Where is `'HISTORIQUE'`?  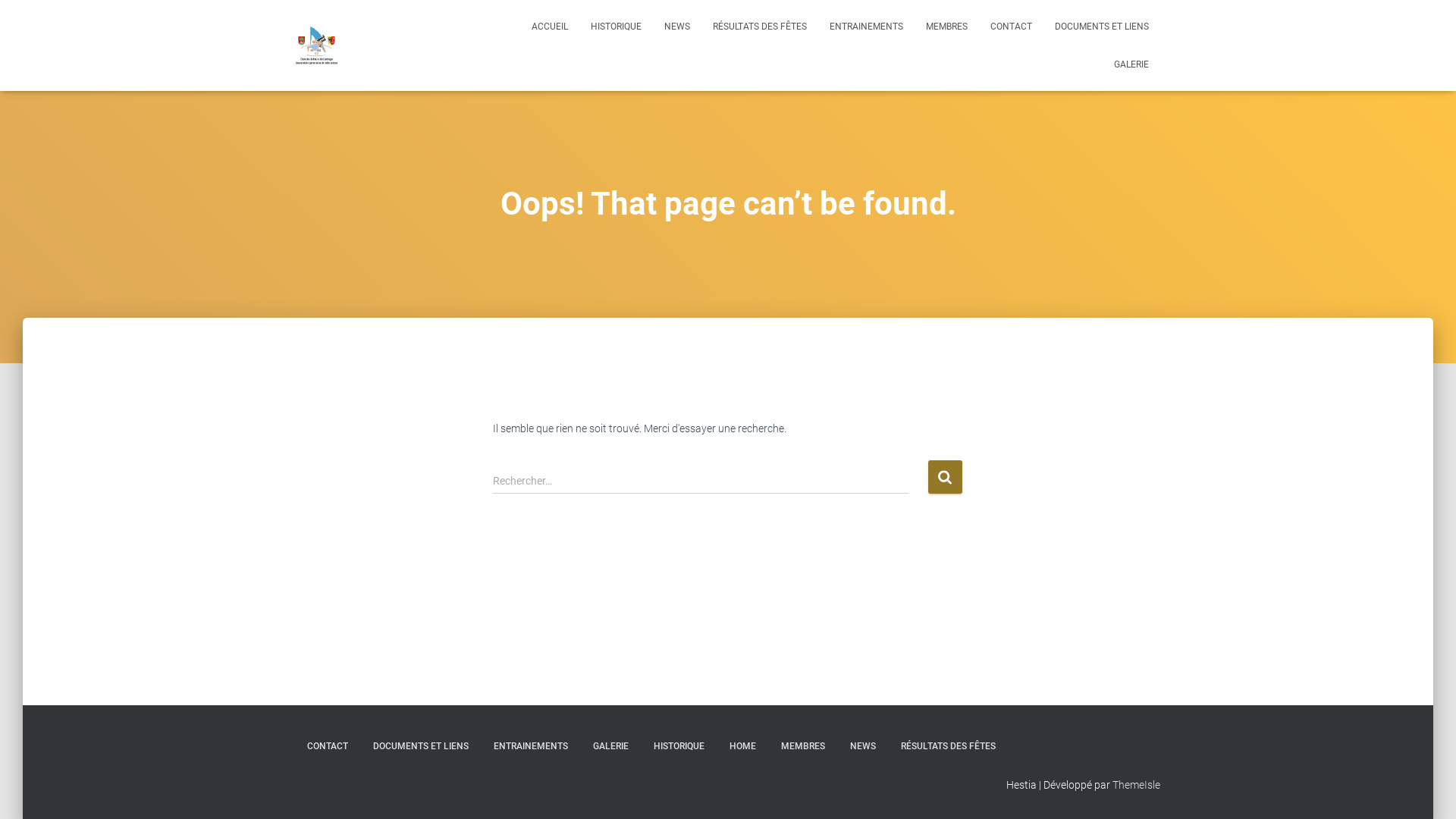 'HISTORIQUE' is located at coordinates (678, 745).